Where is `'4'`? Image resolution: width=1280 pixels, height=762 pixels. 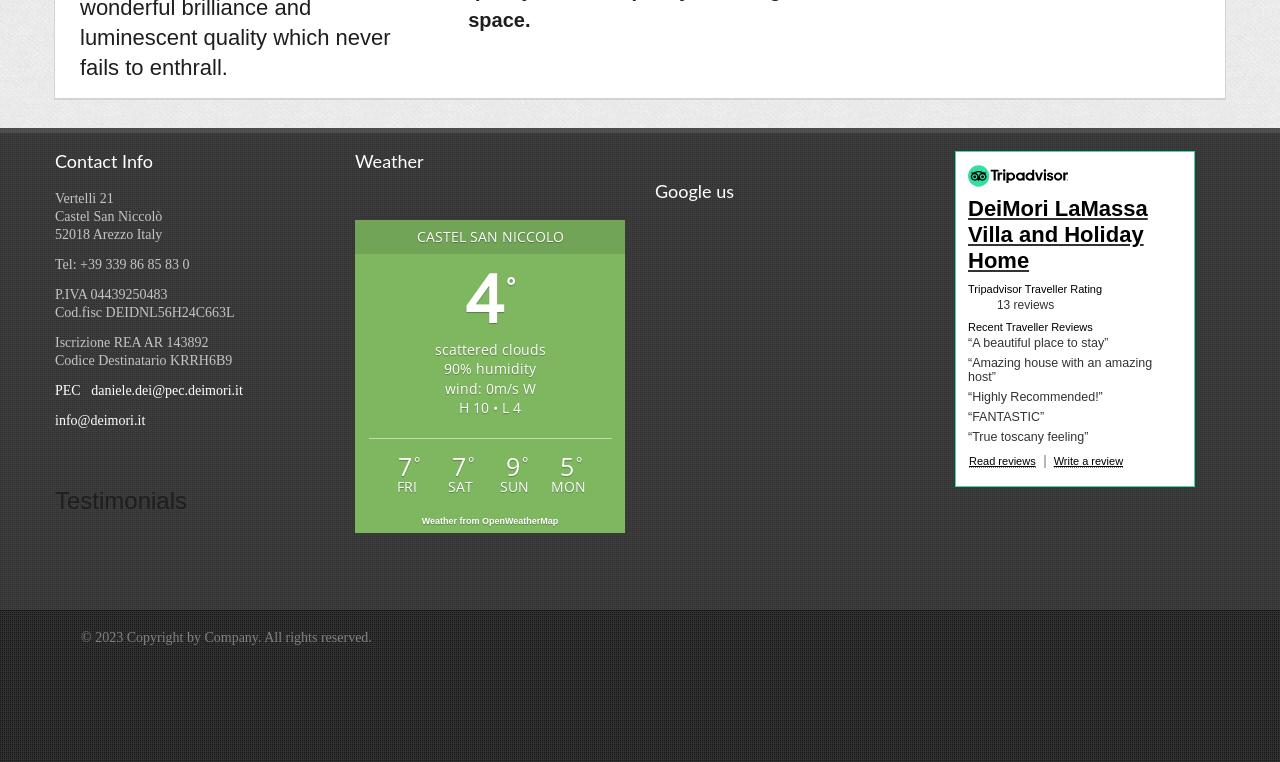
'4' is located at coordinates (483, 295).